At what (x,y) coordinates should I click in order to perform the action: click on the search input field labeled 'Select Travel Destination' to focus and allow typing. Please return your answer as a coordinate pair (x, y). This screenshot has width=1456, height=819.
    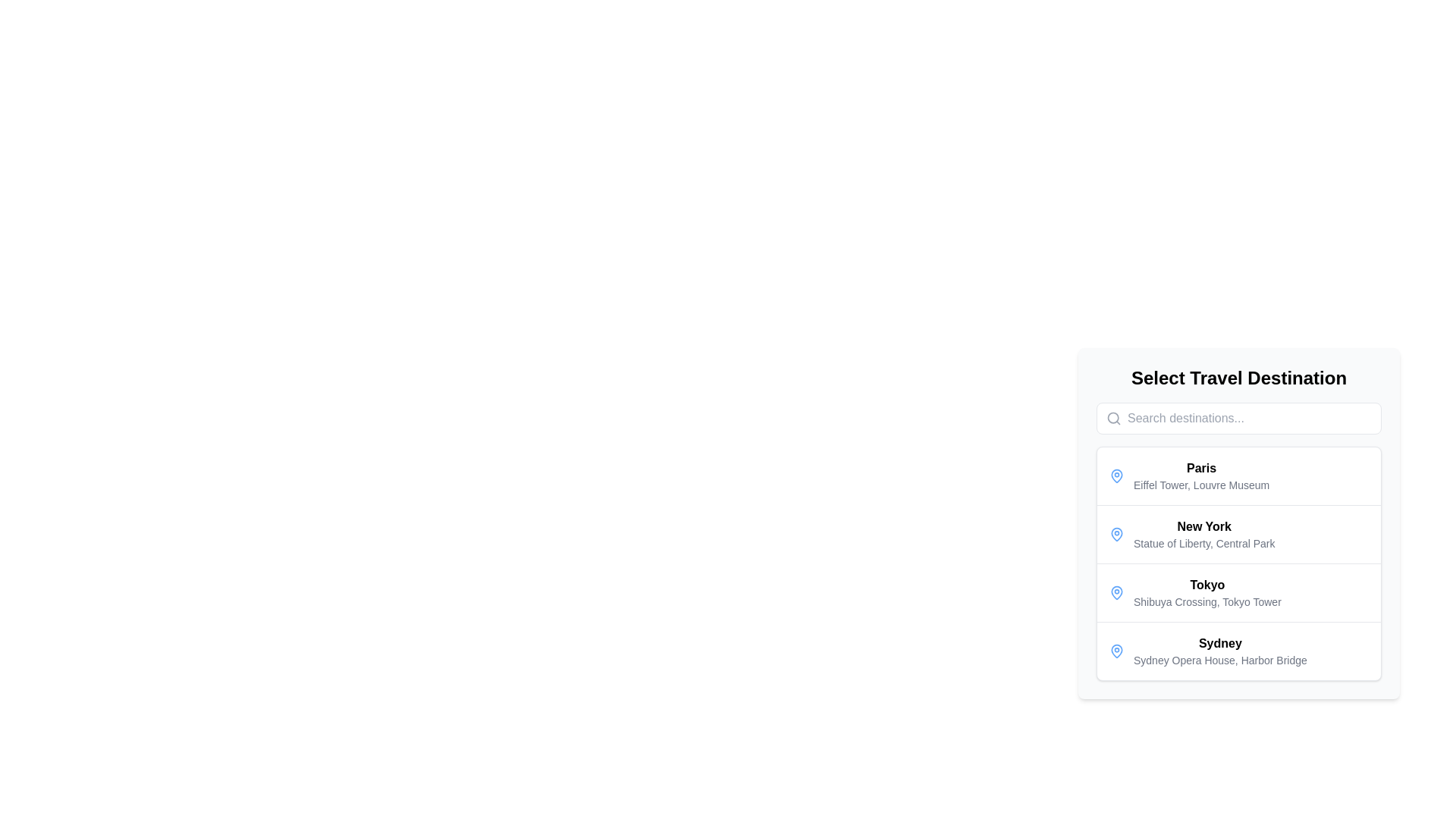
    Looking at the image, I should click on (1238, 418).